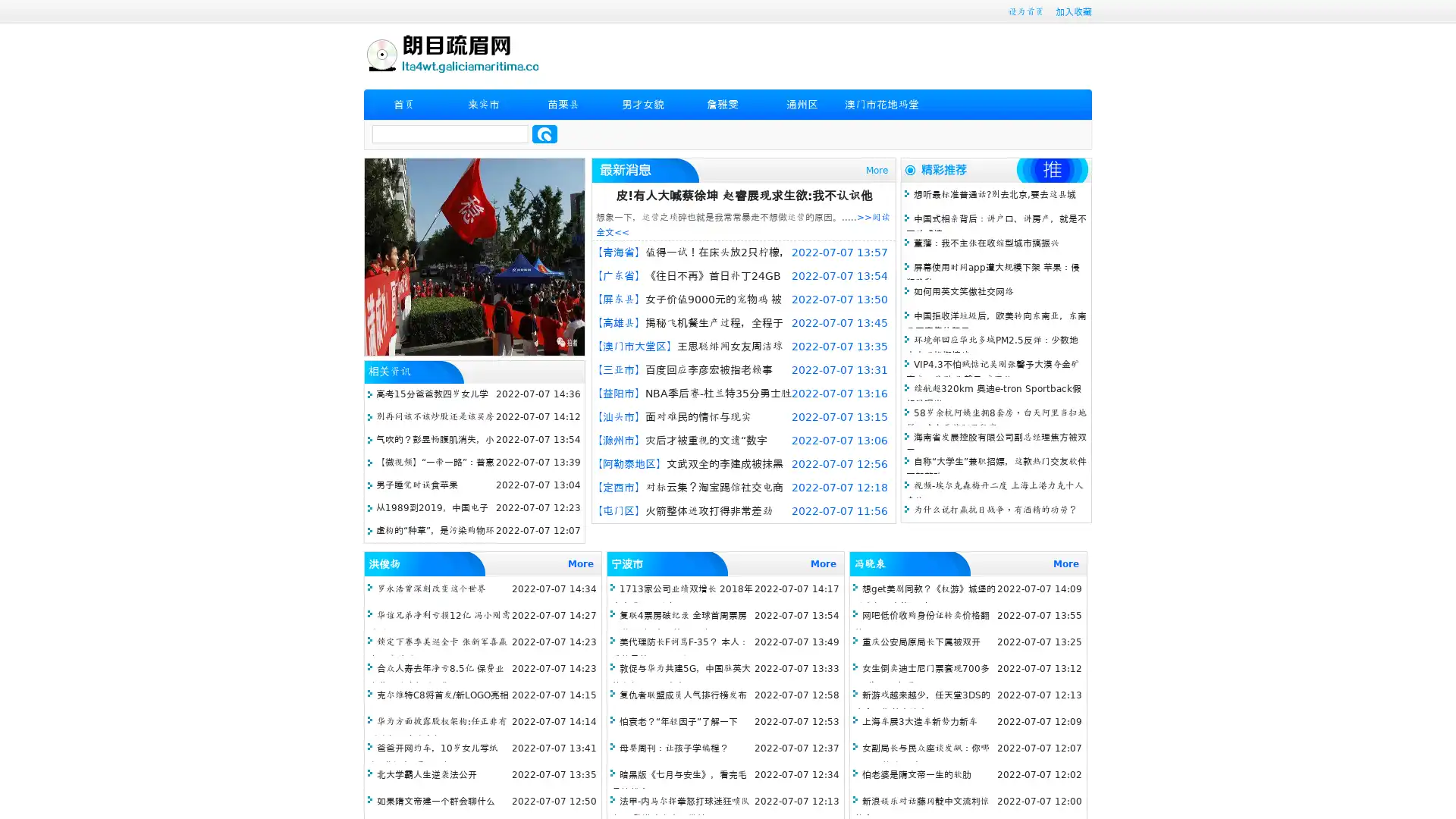 This screenshot has width=1456, height=819. What do you see at coordinates (544, 133) in the screenshot?
I see `Search` at bounding box center [544, 133].